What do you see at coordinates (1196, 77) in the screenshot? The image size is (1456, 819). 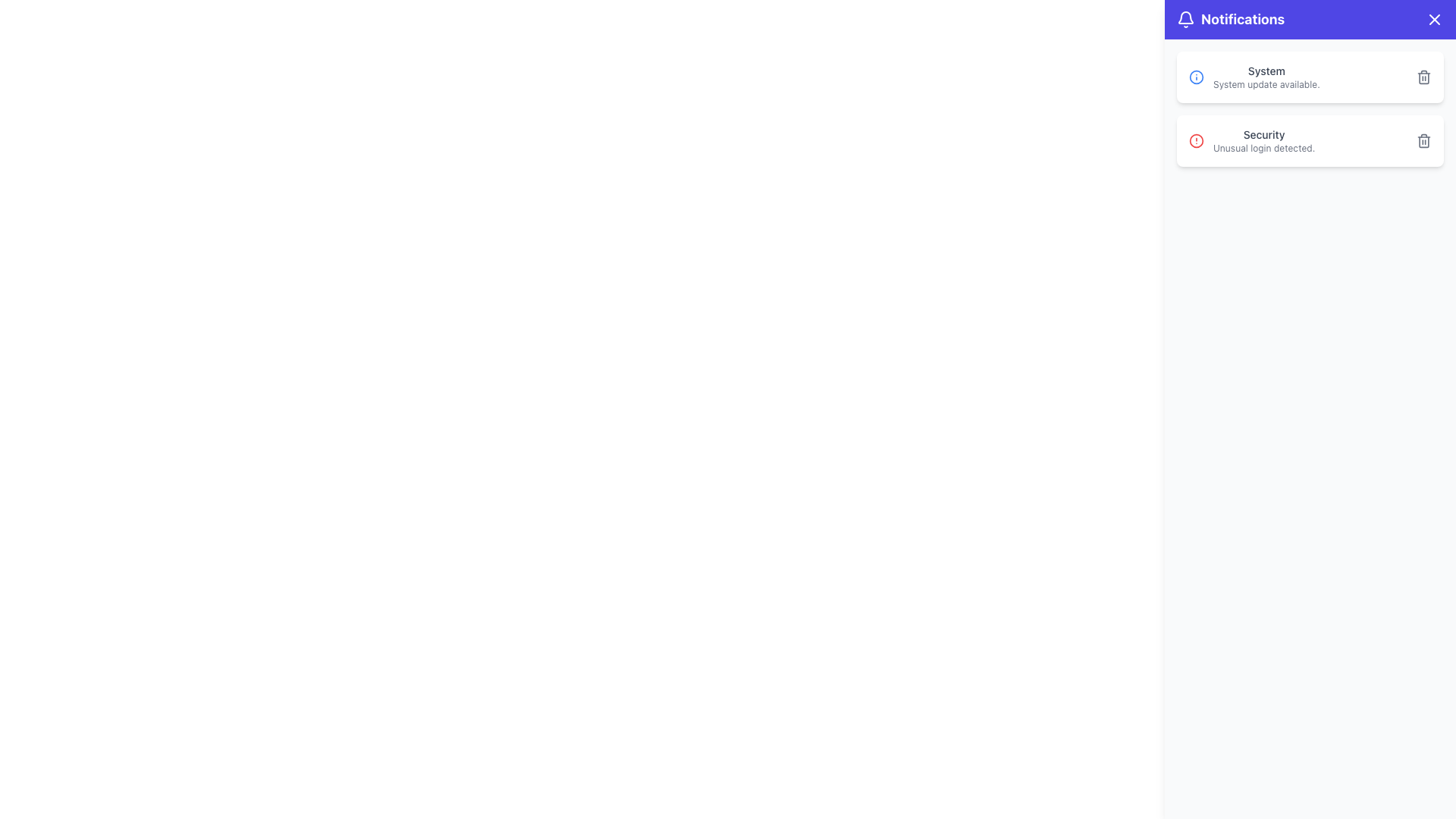 I see `the informational icon located at the top-left corner of the 'System update available.' notification to gather more information` at bounding box center [1196, 77].